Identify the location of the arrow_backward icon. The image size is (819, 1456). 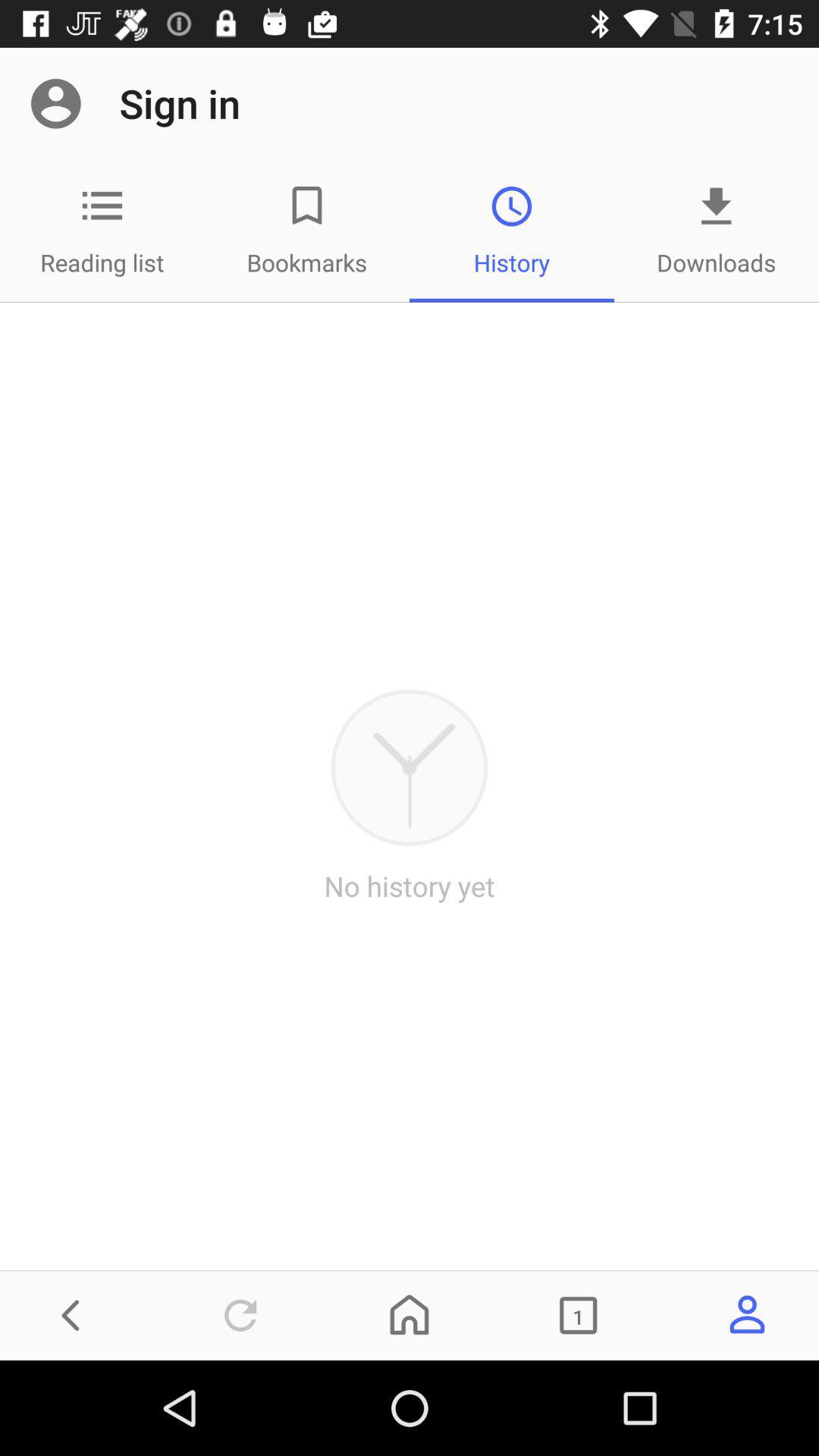
(71, 1314).